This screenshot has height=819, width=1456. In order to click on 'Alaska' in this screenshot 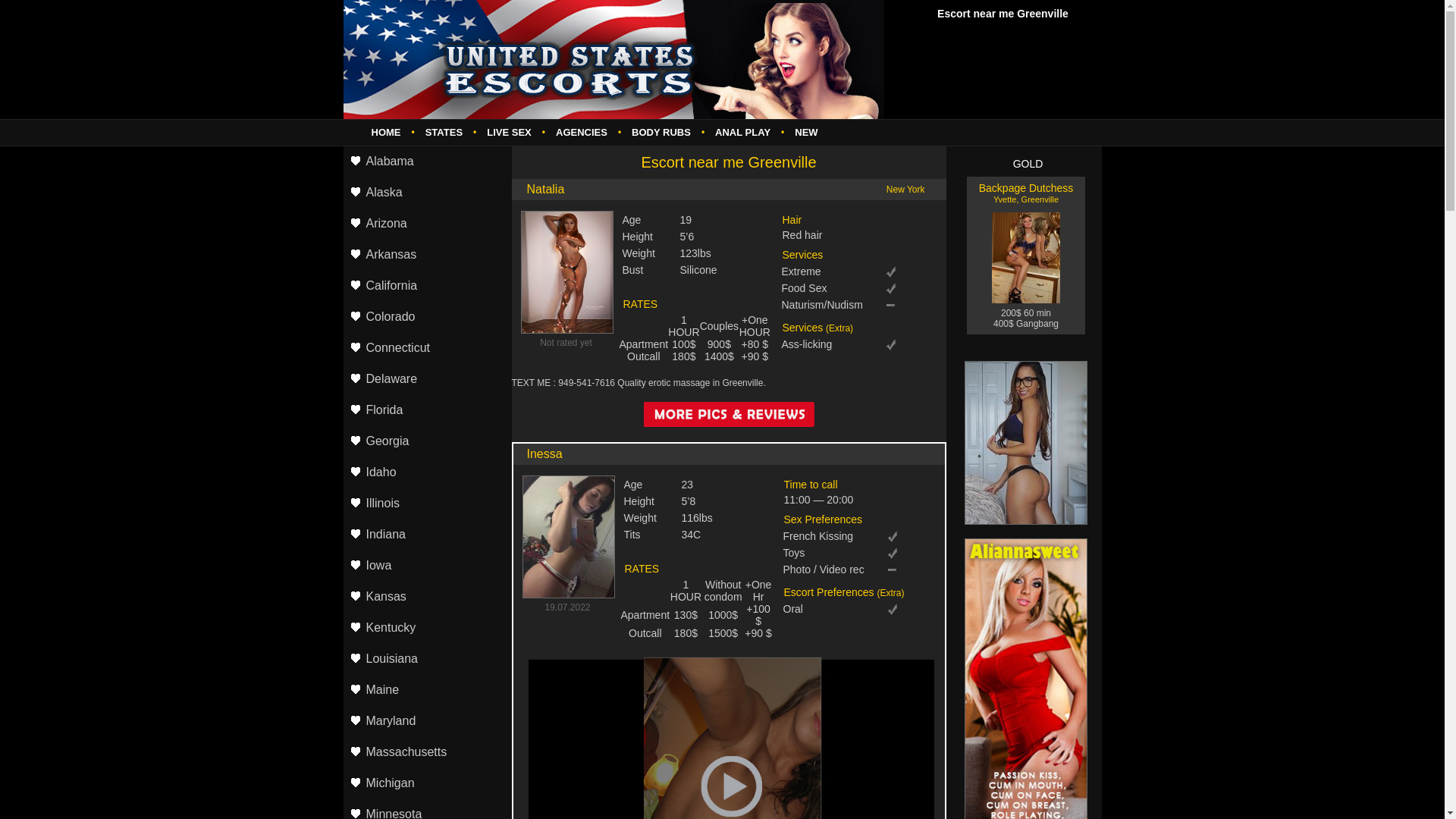, I will do `click(341, 192)`.